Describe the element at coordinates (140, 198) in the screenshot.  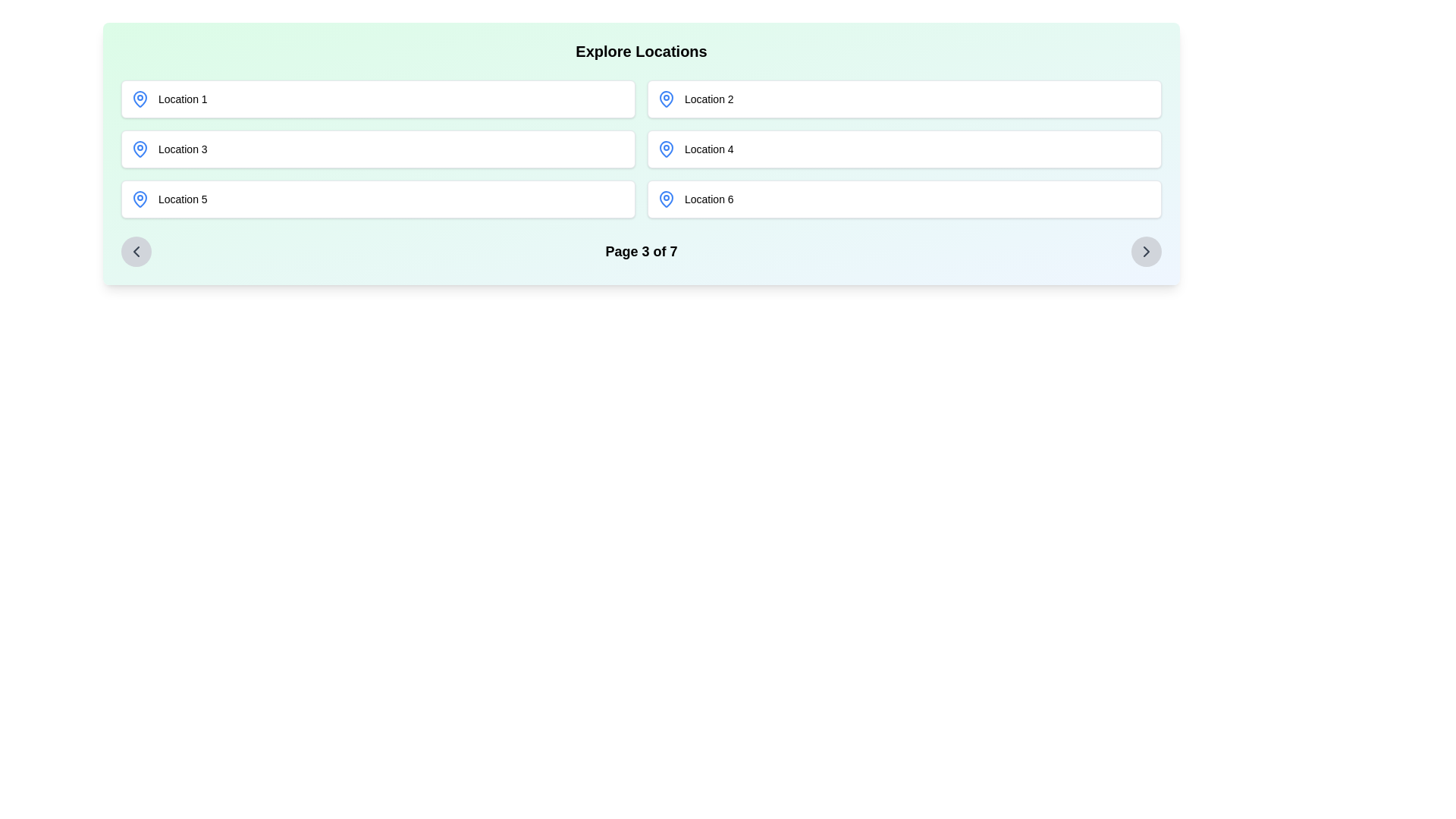
I see `the location marker icon associated with the 'Location 5' label, which is positioned to the left of the text within a card layout` at that location.